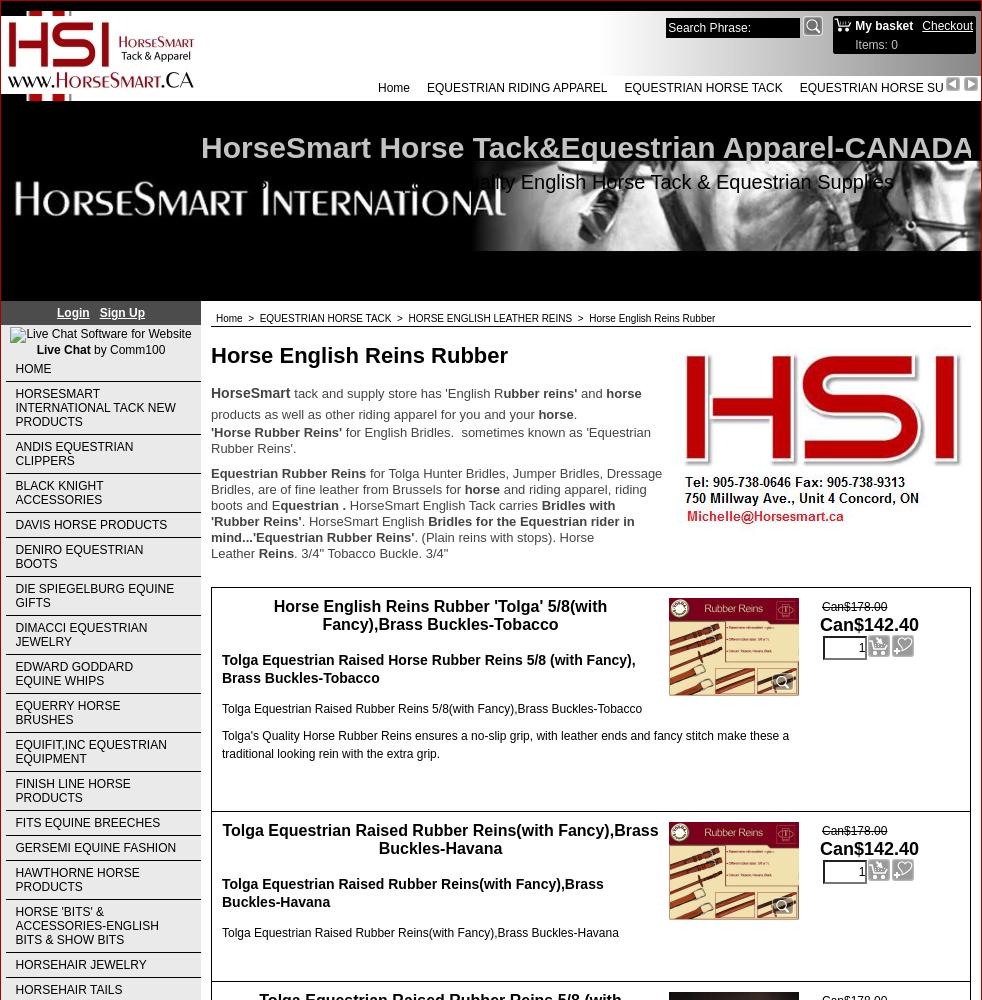  I want to click on 'FITS EQUINE BREECHES', so click(86, 822).